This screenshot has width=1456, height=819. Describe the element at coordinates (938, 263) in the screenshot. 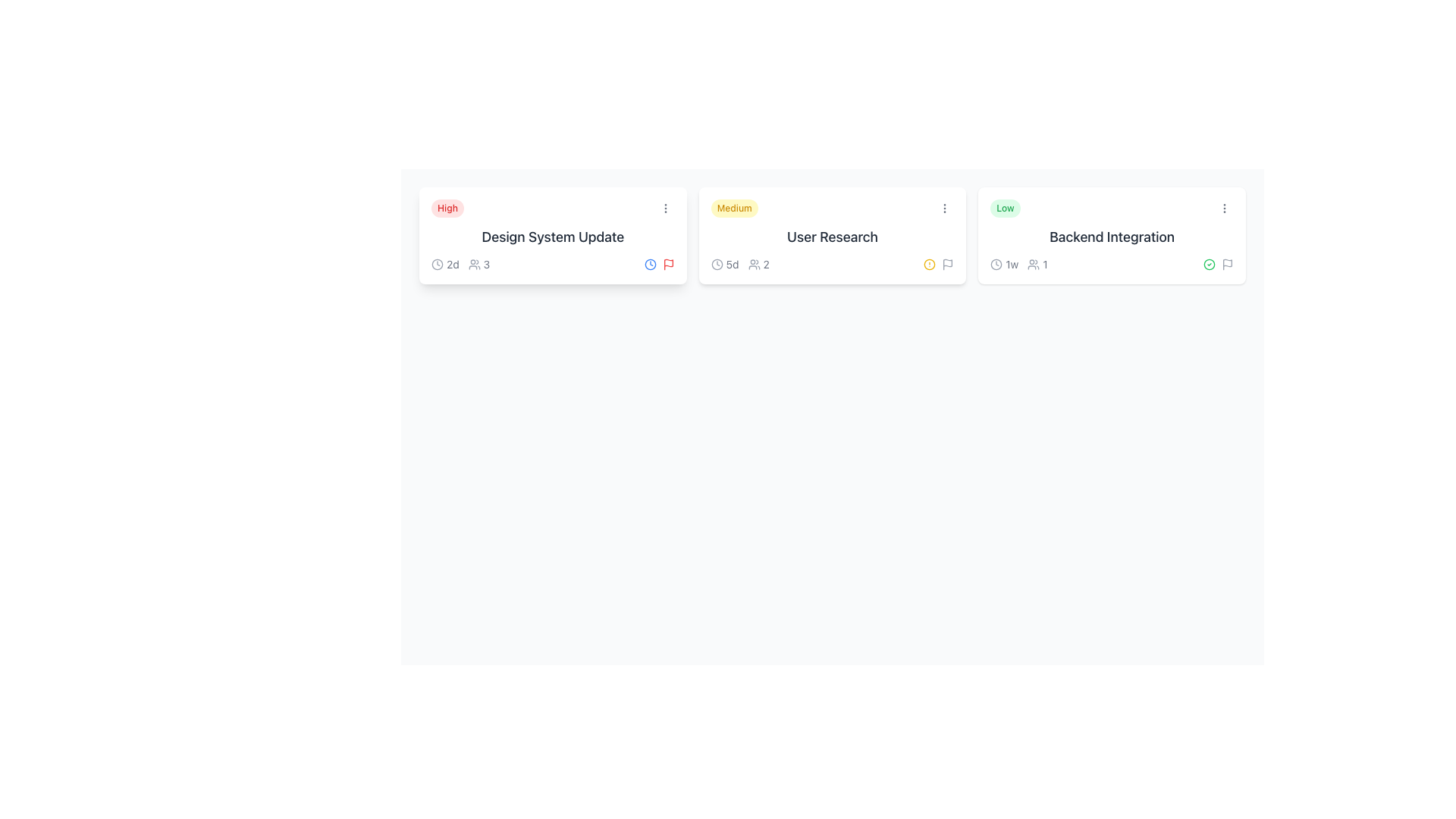

I see `the left alert icon of the Status indicator located in the bottom-right corner of the 'User Research' content block` at that location.